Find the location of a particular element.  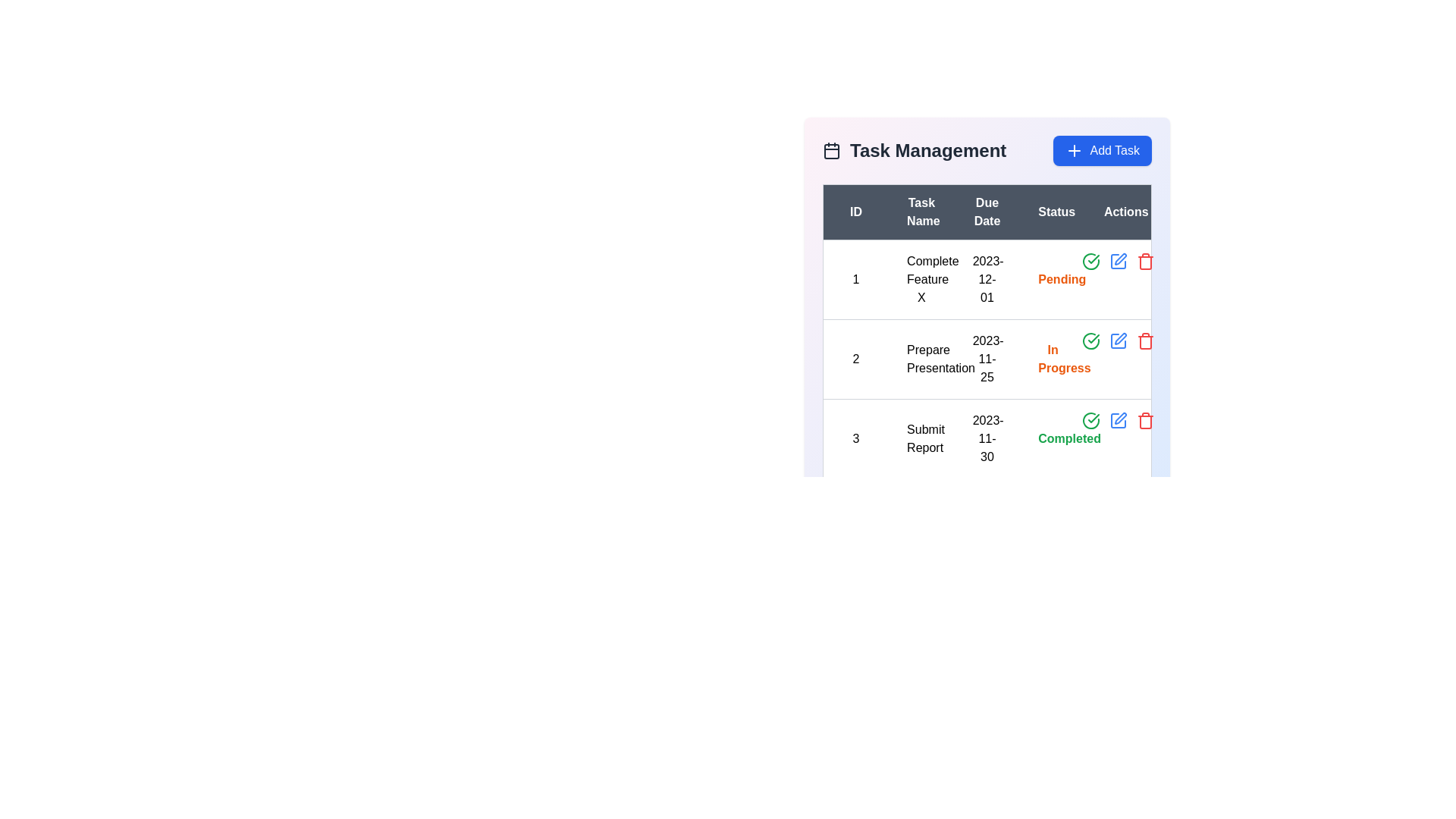

the static text element displaying the date '2023-12-01' in the 'Due Date' column of the task management table for the task 'Complete Feature X' is located at coordinates (987, 280).